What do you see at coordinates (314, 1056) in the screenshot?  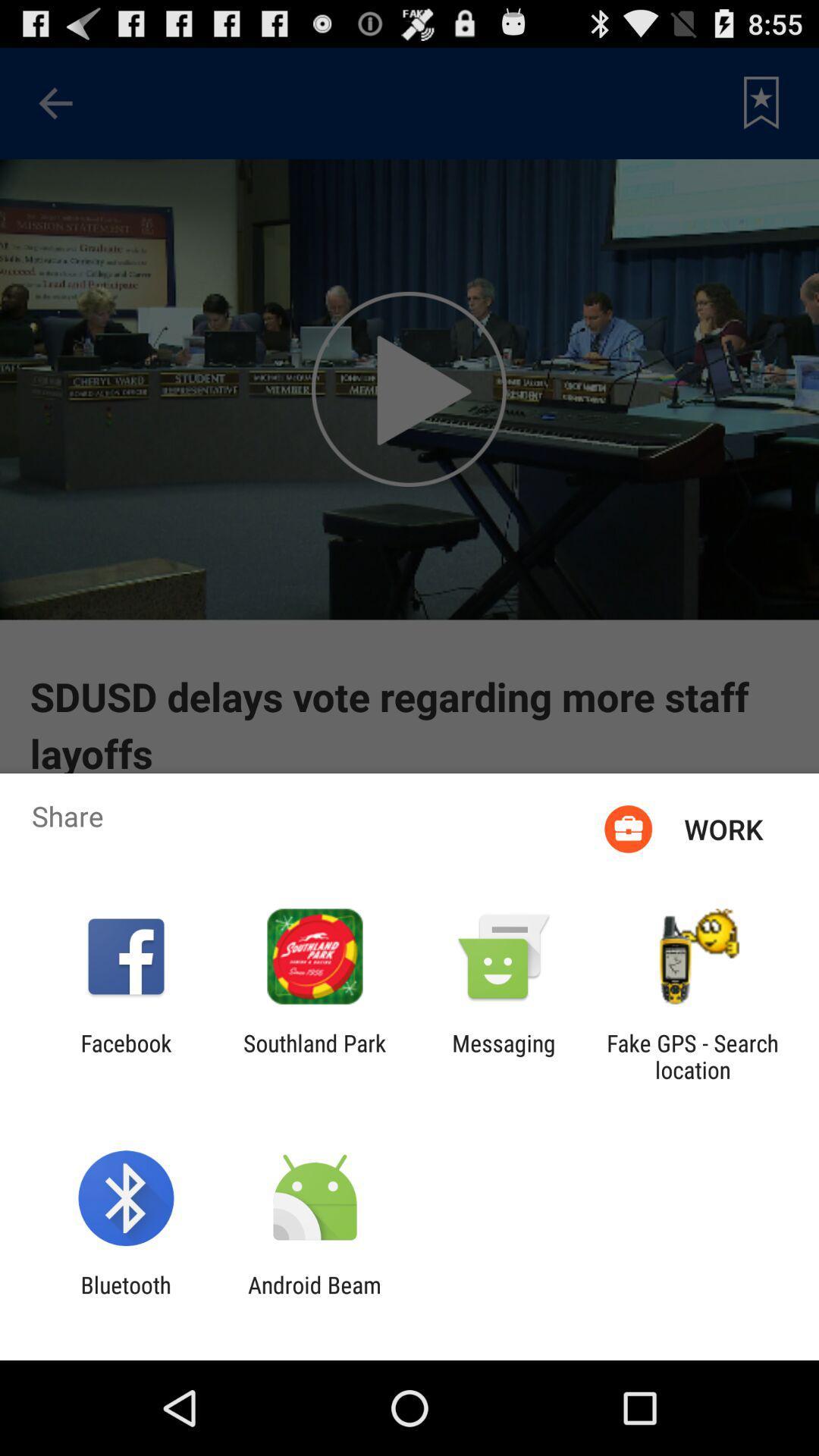 I see `the app to the right of the facebook icon` at bounding box center [314, 1056].